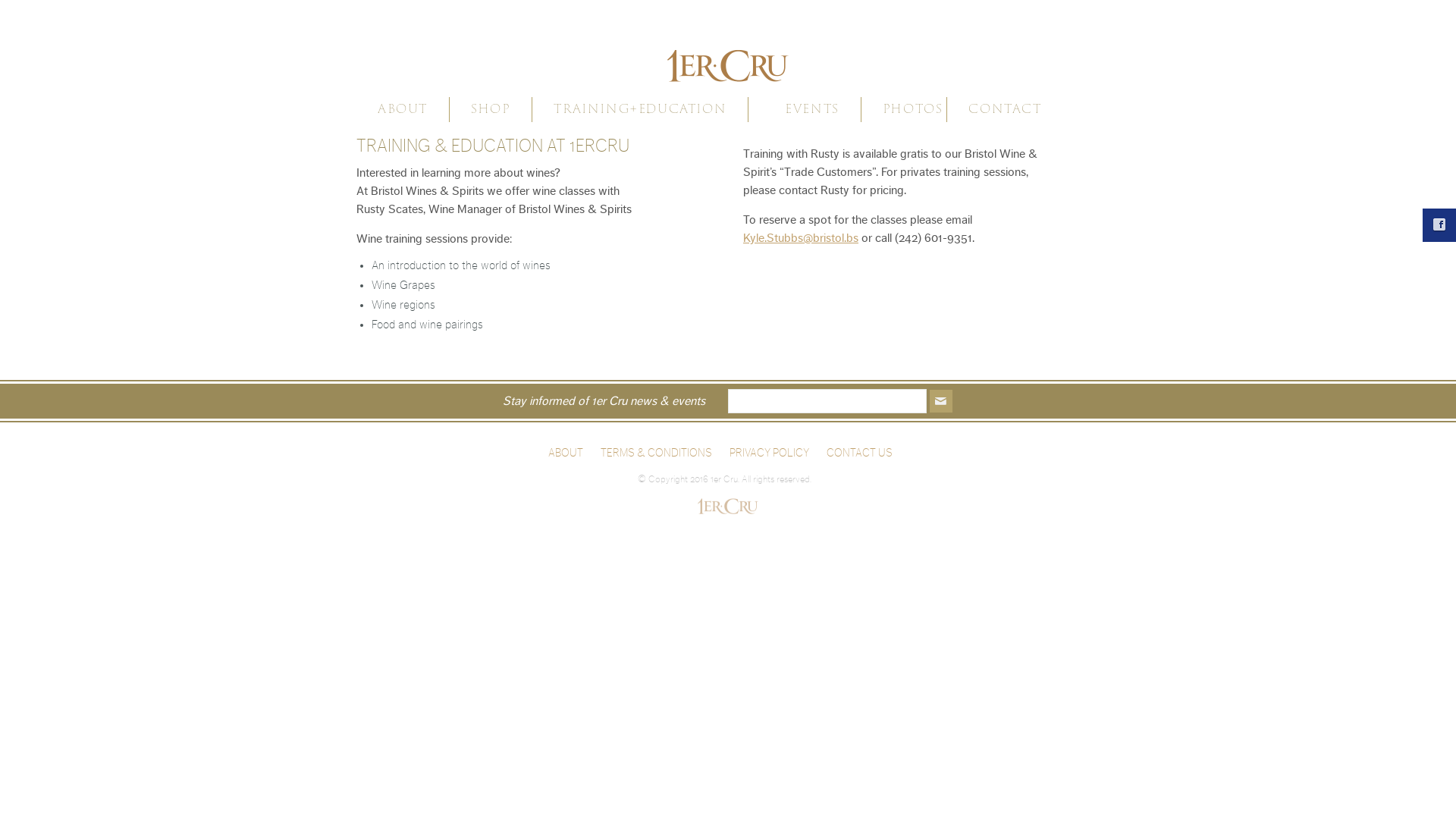  What do you see at coordinates (640, 108) in the screenshot?
I see `'TRAINING+EDUCATION'` at bounding box center [640, 108].